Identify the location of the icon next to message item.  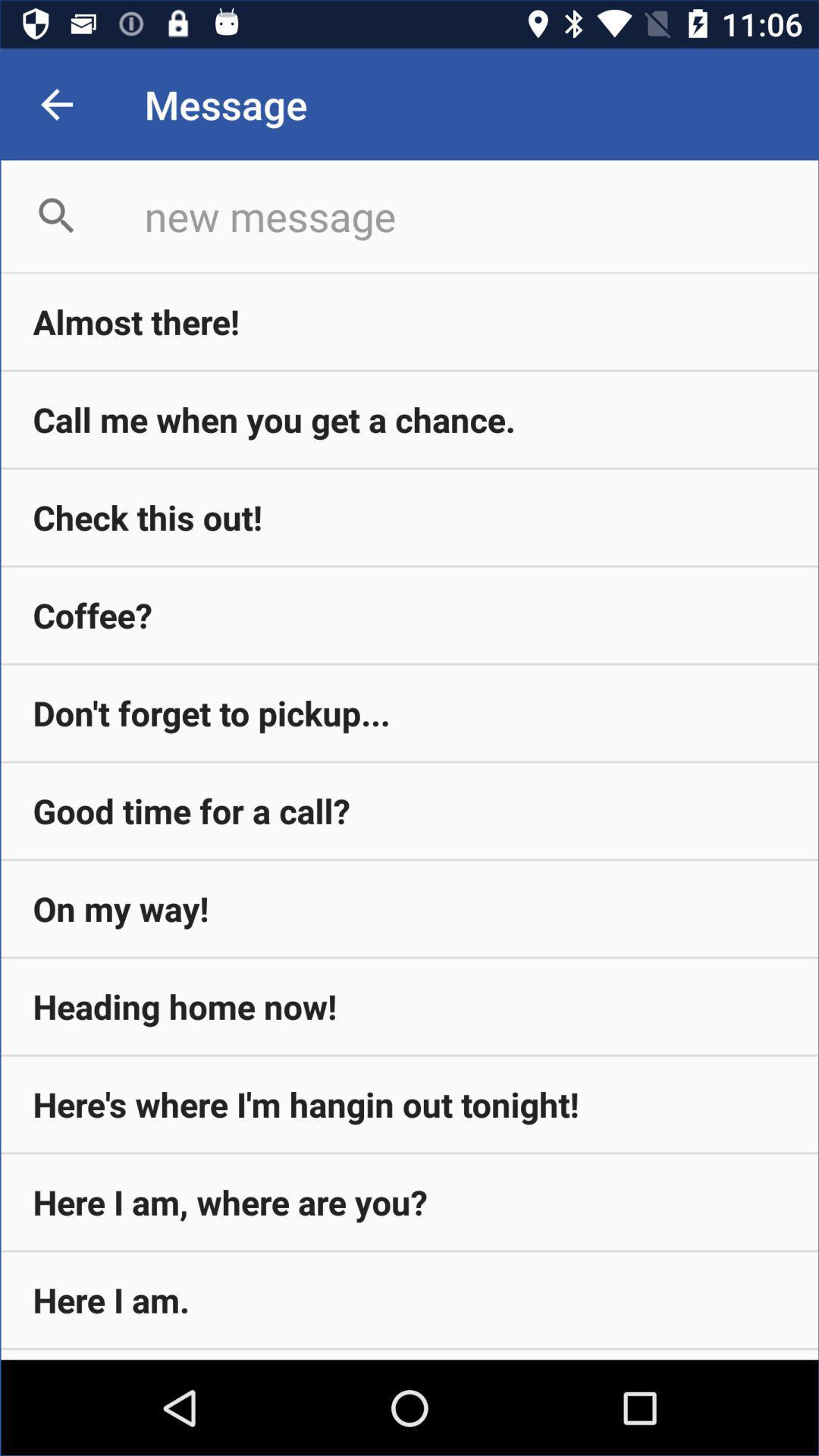
(55, 104).